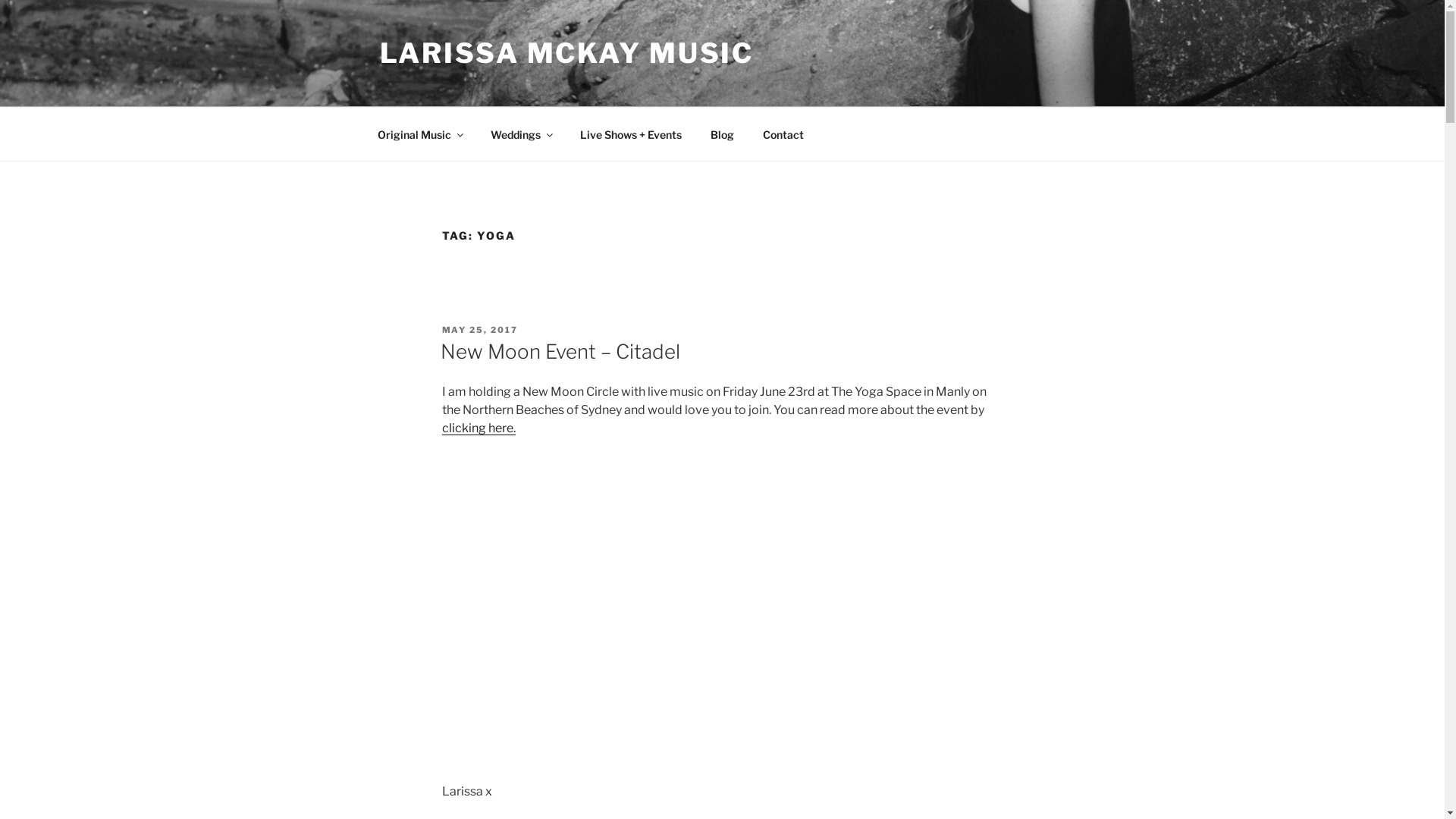 The width and height of the screenshot is (1456, 819). Describe the element at coordinates (783, 133) in the screenshot. I see `'Contact'` at that location.